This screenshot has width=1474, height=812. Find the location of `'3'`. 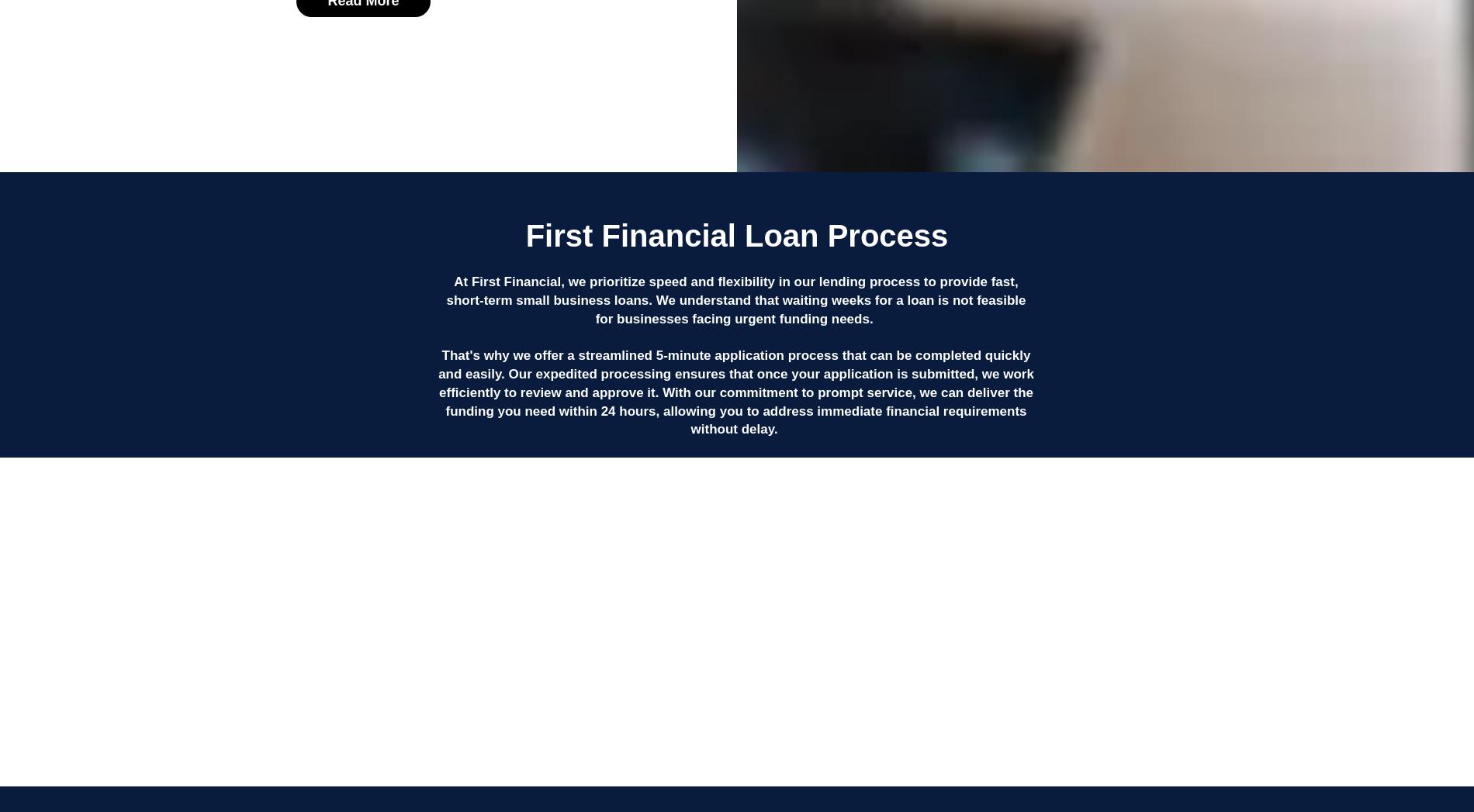

'3' is located at coordinates (842, 604).